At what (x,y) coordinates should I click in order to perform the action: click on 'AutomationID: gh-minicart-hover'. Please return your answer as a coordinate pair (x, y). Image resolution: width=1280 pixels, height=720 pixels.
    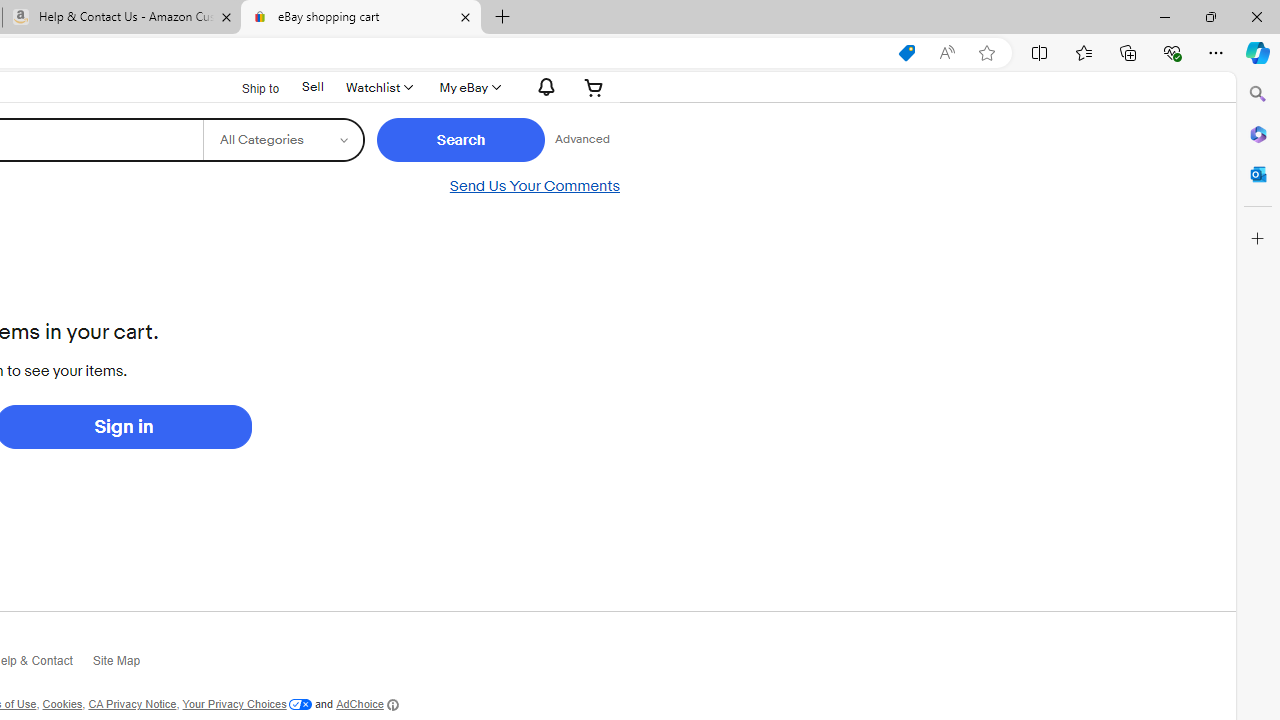
    Looking at the image, I should click on (593, 86).